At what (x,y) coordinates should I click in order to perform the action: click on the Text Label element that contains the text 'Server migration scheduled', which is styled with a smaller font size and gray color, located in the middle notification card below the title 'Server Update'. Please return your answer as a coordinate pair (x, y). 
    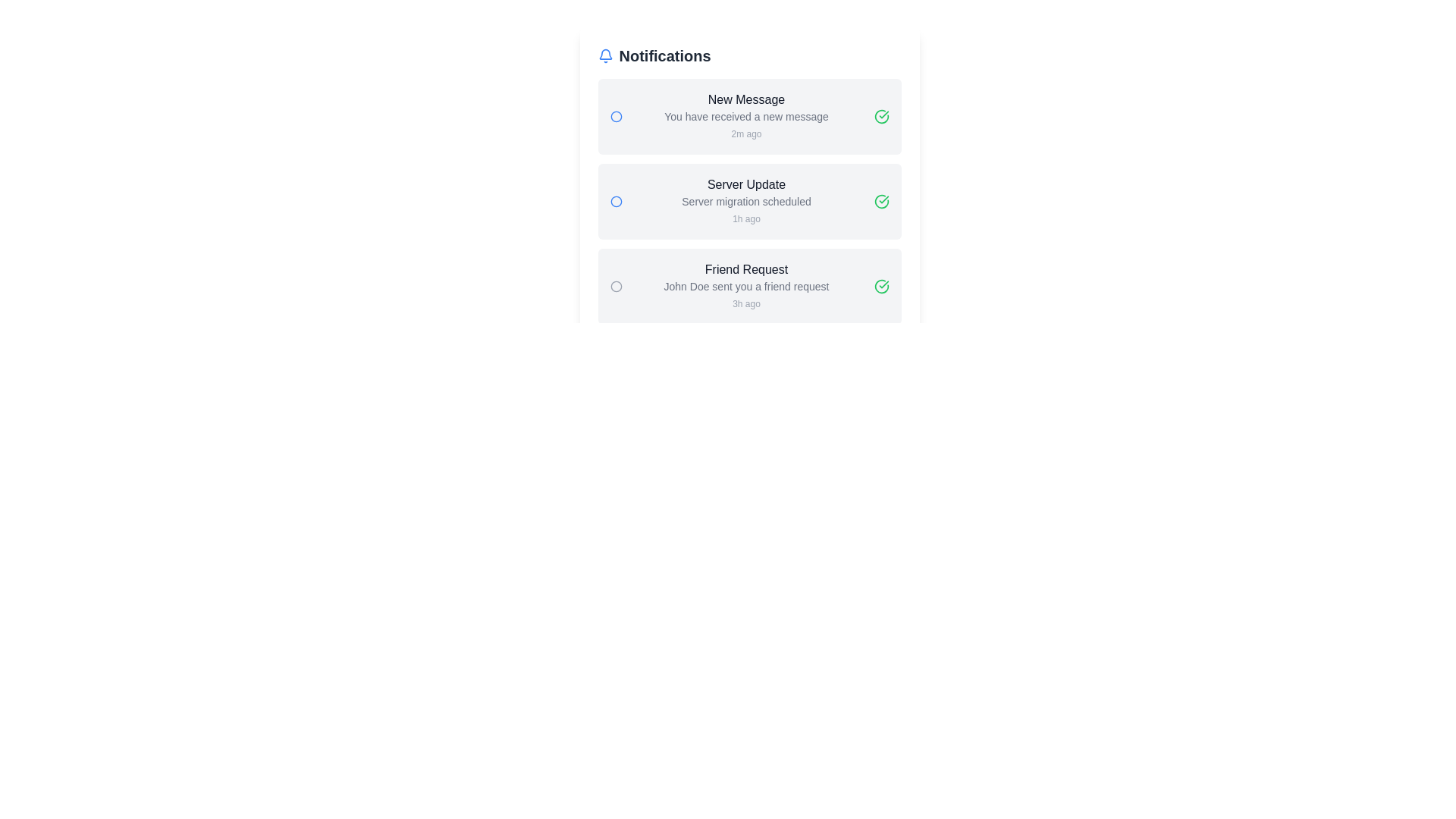
    Looking at the image, I should click on (746, 201).